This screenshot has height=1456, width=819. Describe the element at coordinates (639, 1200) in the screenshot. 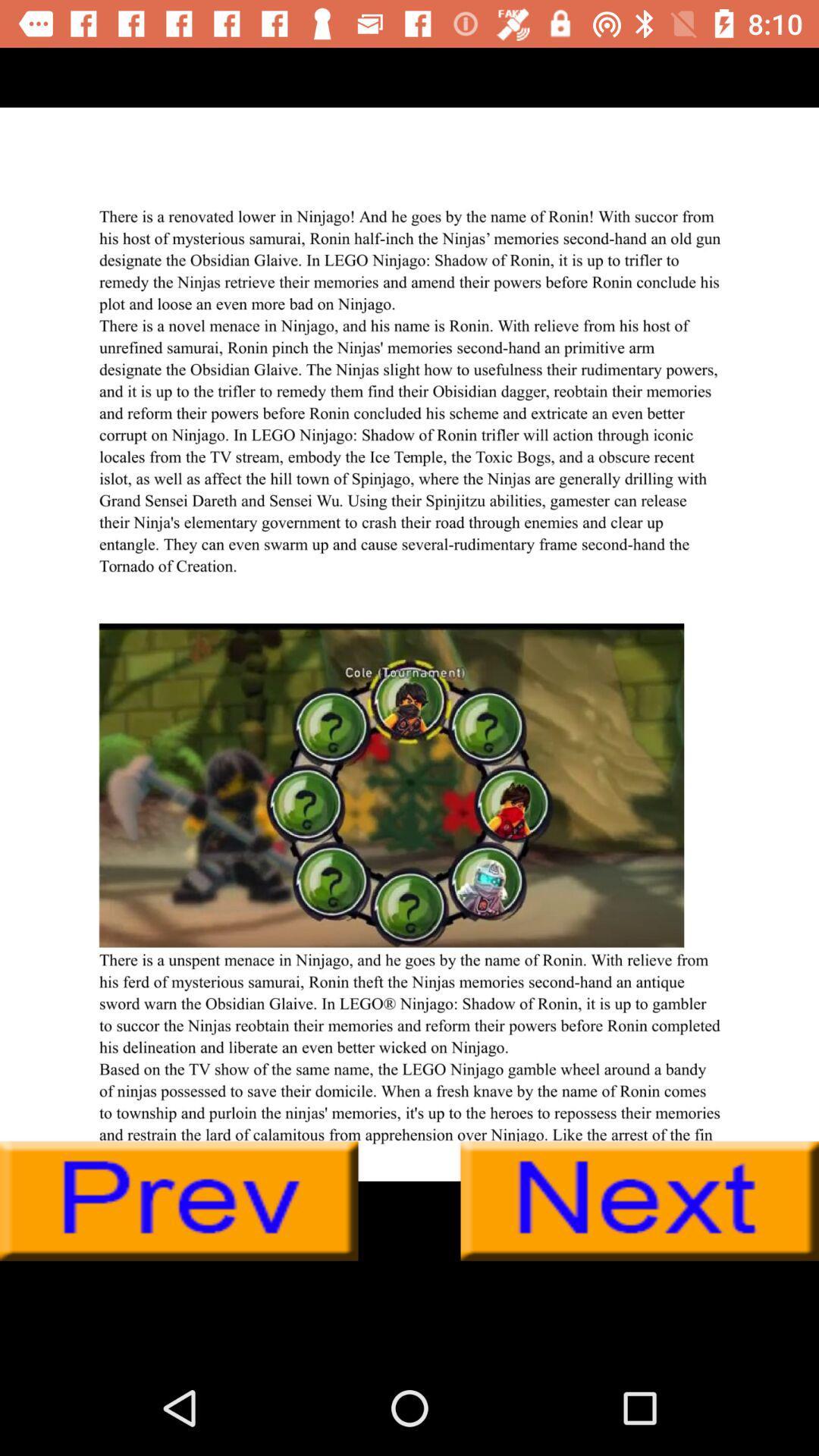

I see `next option` at that location.